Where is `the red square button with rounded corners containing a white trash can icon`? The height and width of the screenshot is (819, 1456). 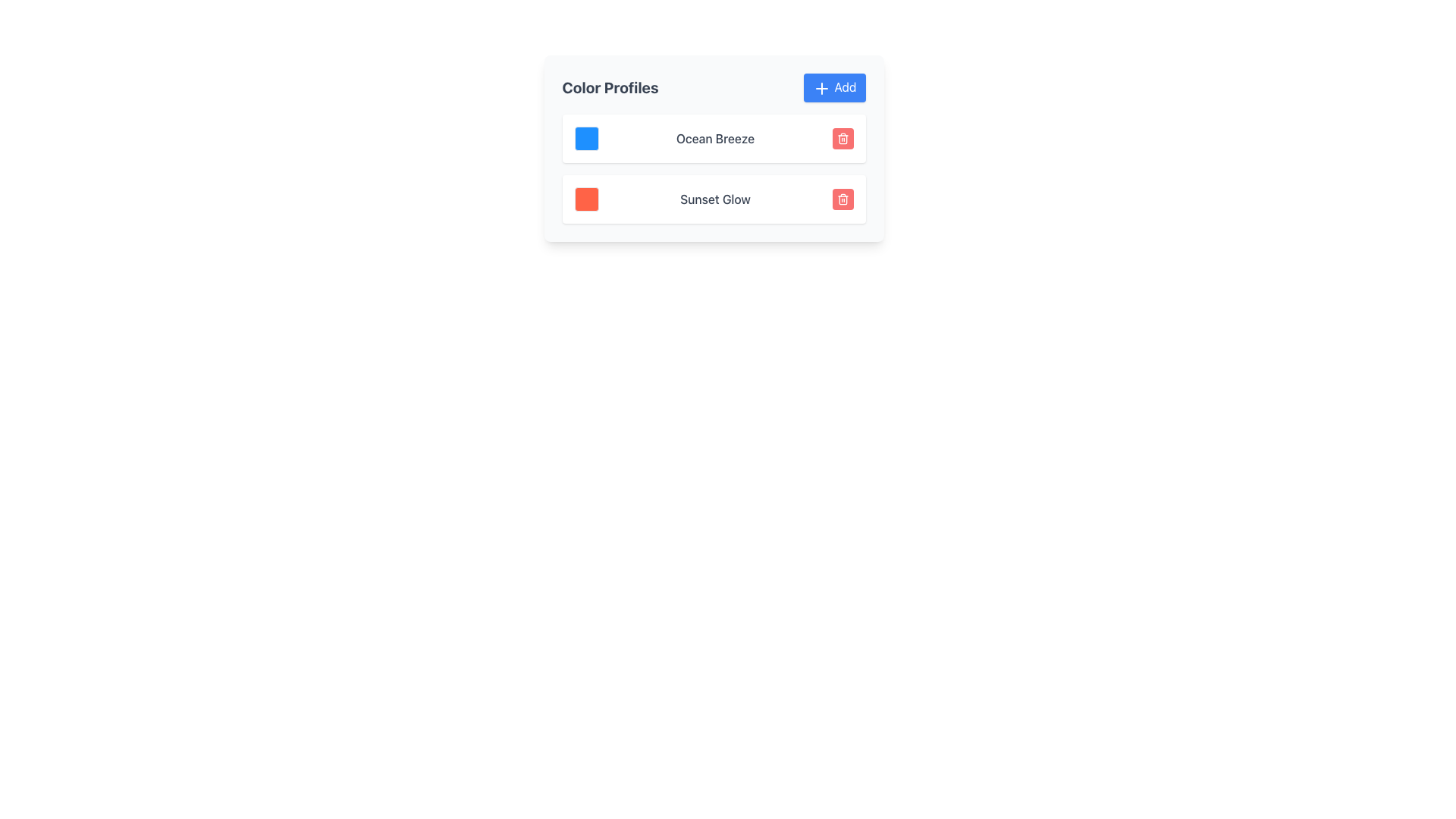 the red square button with rounded corners containing a white trash can icon is located at coordinates (842, 198).